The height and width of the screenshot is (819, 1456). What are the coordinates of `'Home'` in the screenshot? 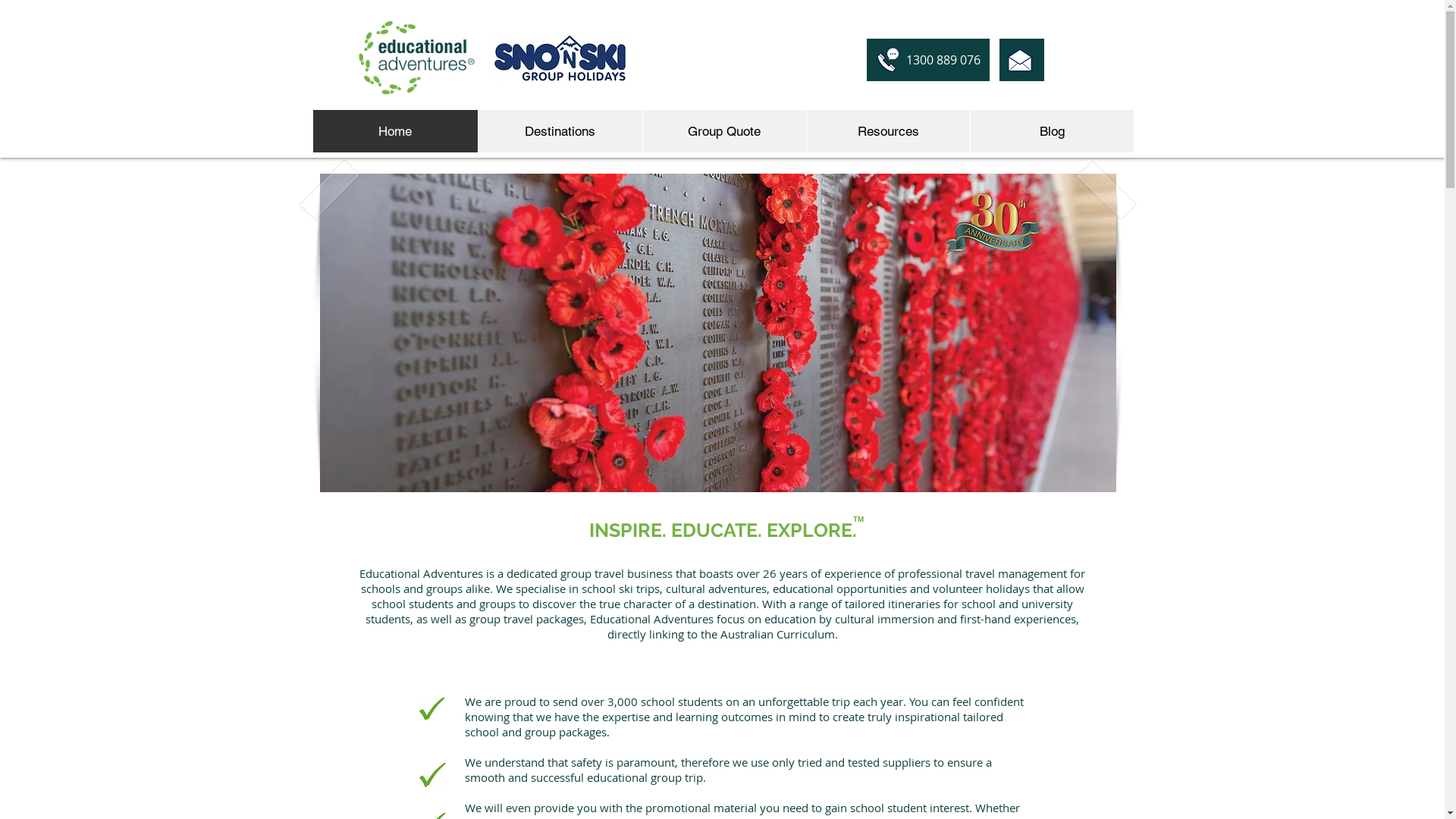 It's located at (312, 130).